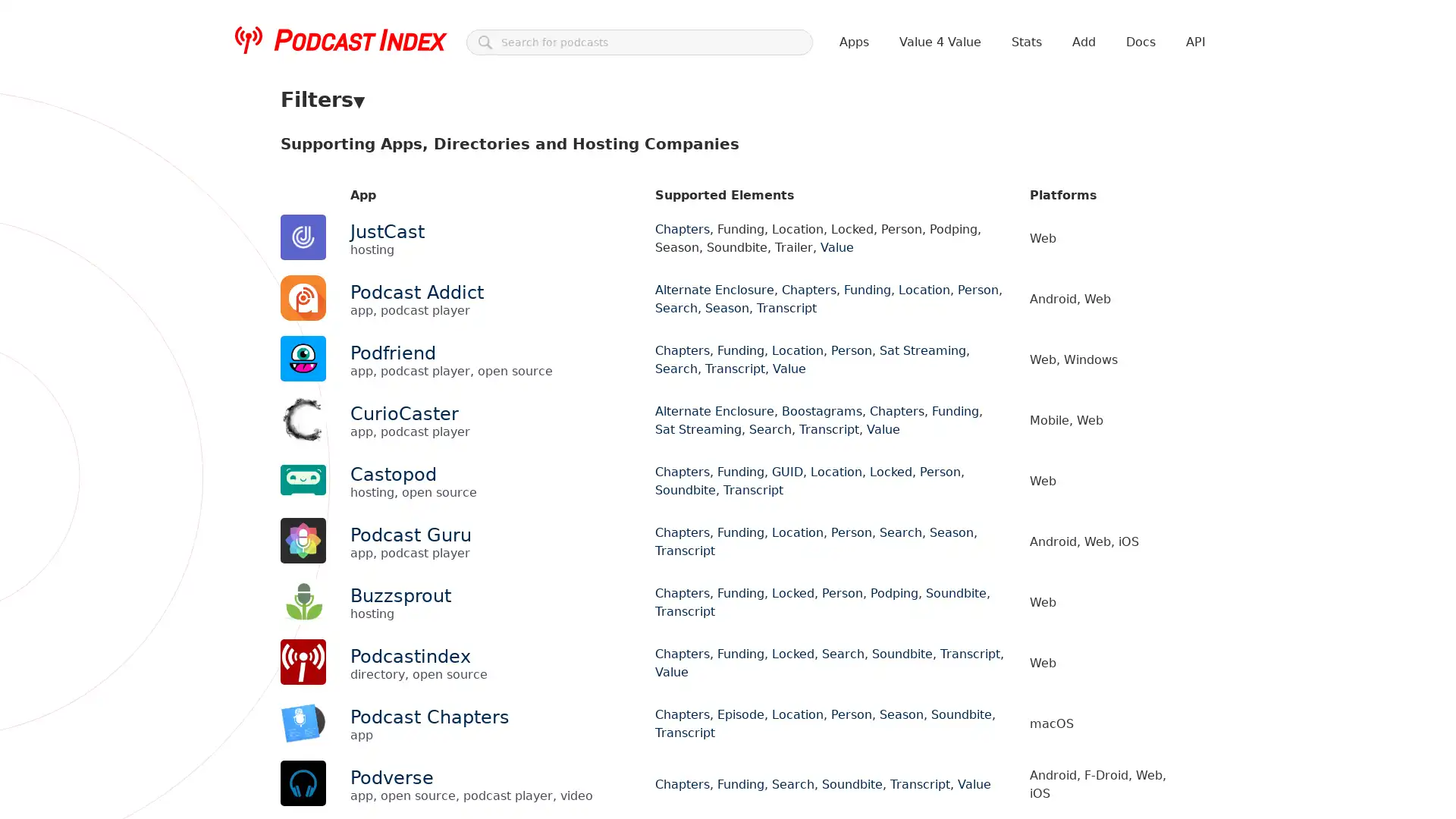  I want to click on Browser Extension, so click(486, 146).